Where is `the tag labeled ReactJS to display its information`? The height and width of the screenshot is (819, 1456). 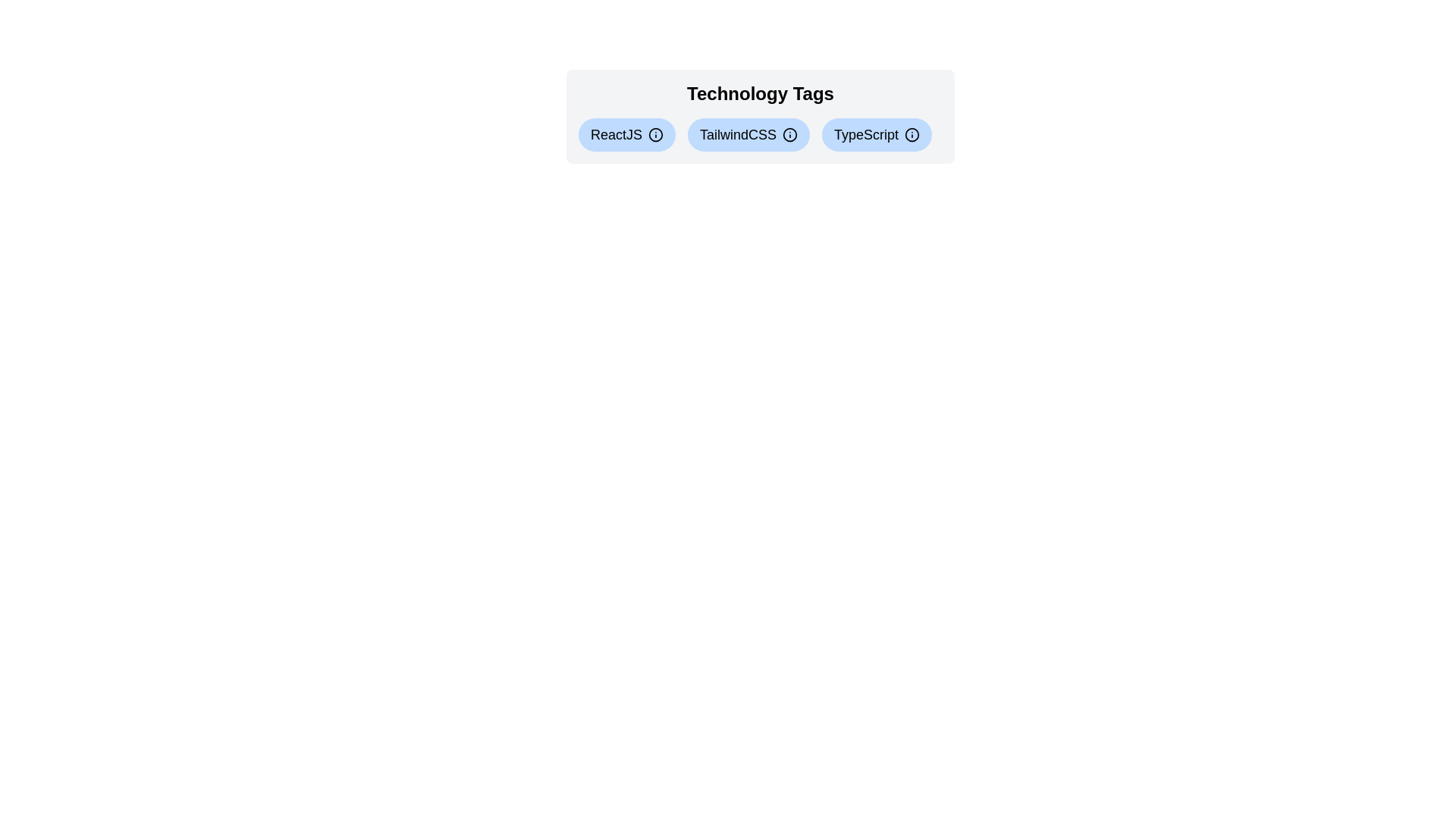 the tag labeled ReactJS to display its information is located at coordinates (626, 133).